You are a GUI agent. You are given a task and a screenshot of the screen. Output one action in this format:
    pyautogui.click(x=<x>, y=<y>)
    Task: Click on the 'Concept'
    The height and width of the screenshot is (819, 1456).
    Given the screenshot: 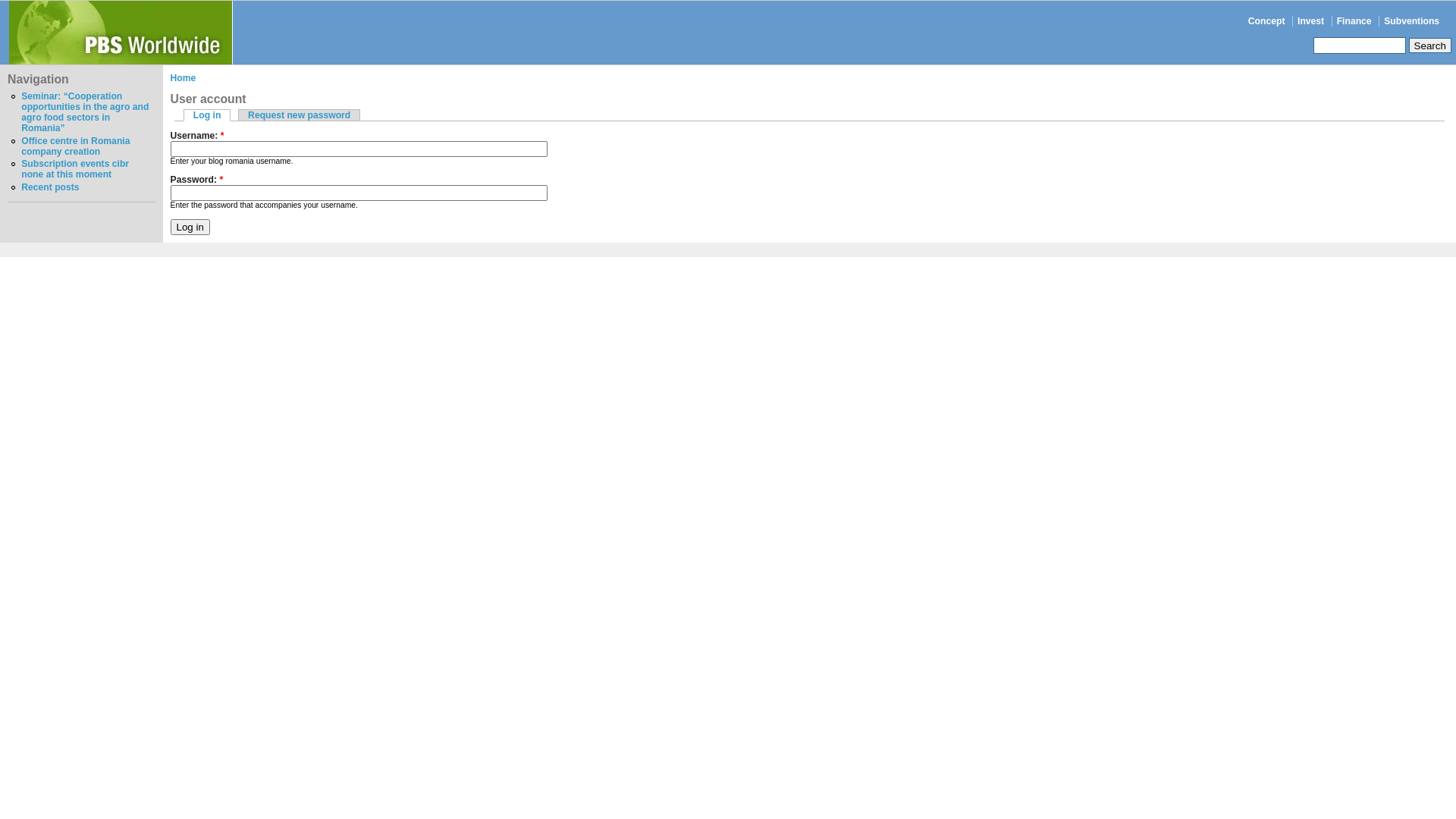 What is the action you would take?
    pyautogui.click(x=1266, y=20)
    